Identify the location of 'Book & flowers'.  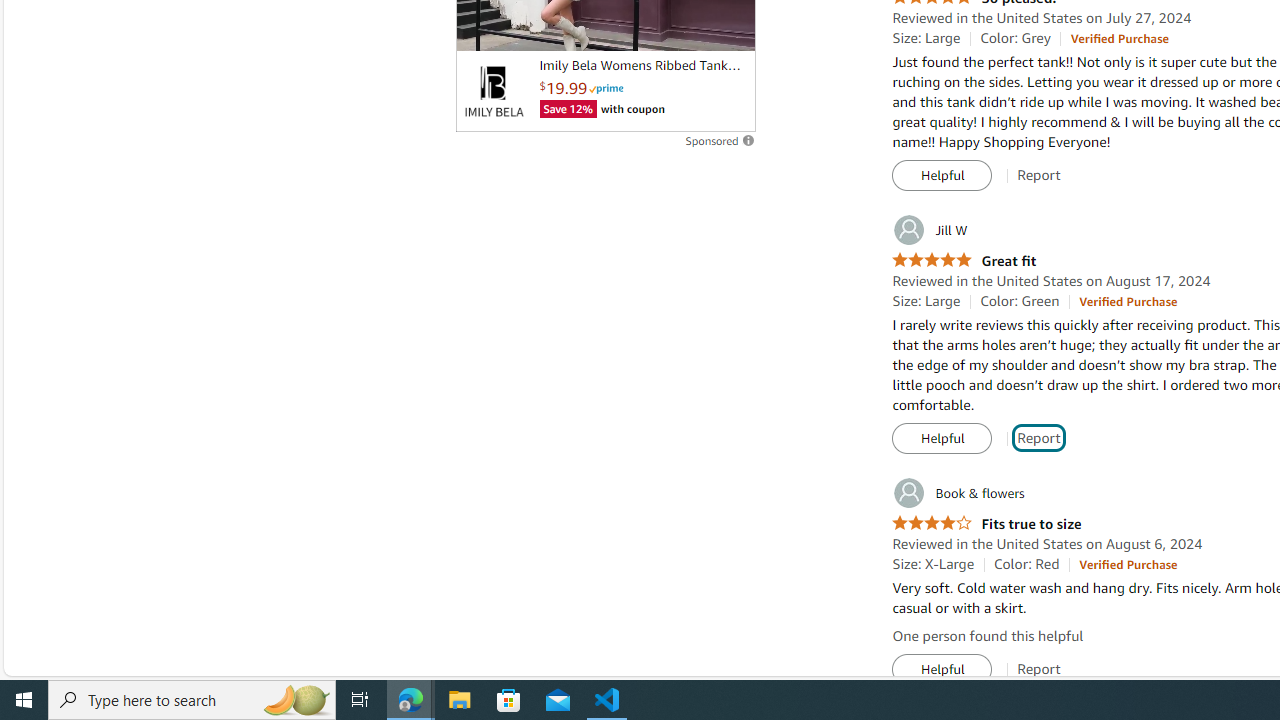
(957, 493).